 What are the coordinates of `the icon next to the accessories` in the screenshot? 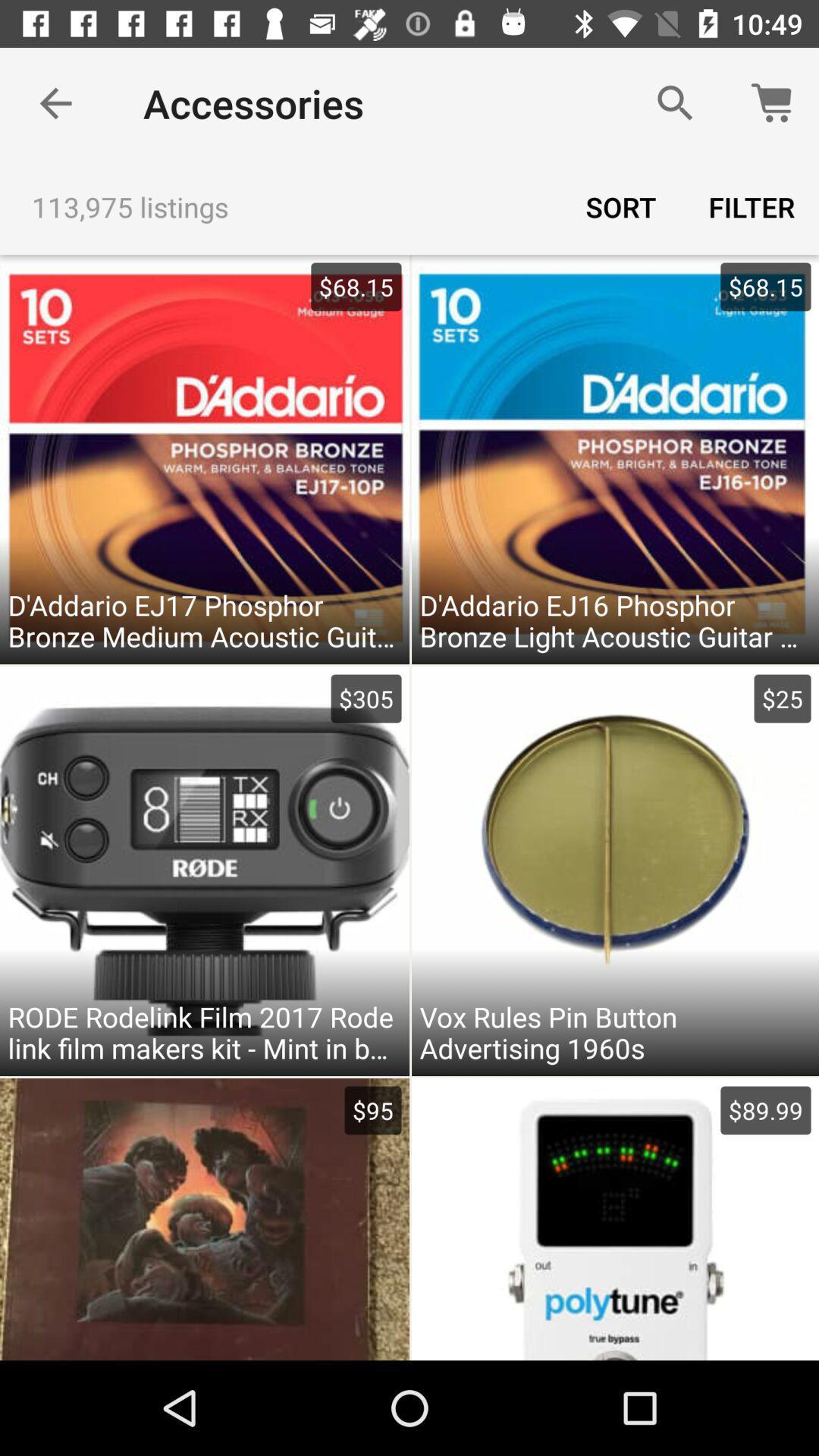 It's located at (675, 102).